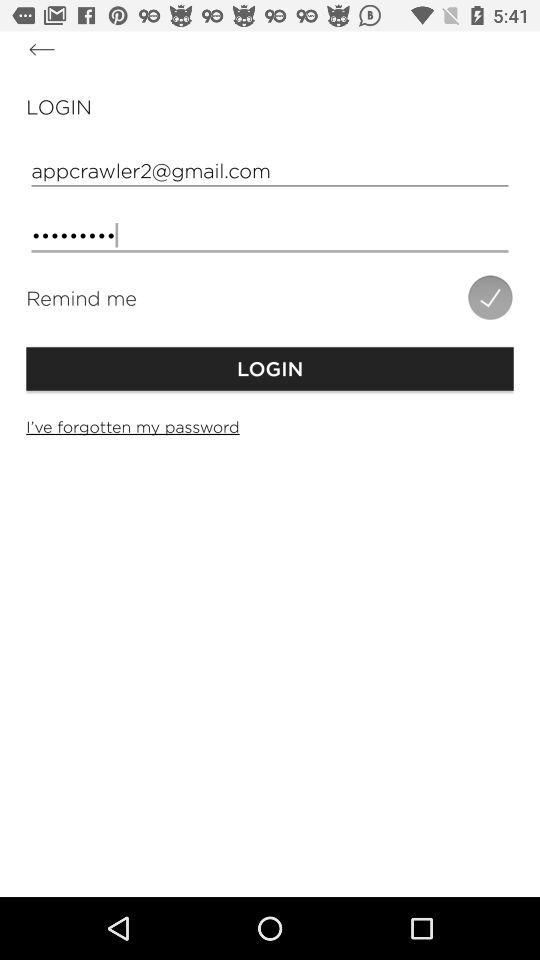 This screenshot has width=540, height=960. I want to click on the icon below the crowd3116 item, so click(489, 296).